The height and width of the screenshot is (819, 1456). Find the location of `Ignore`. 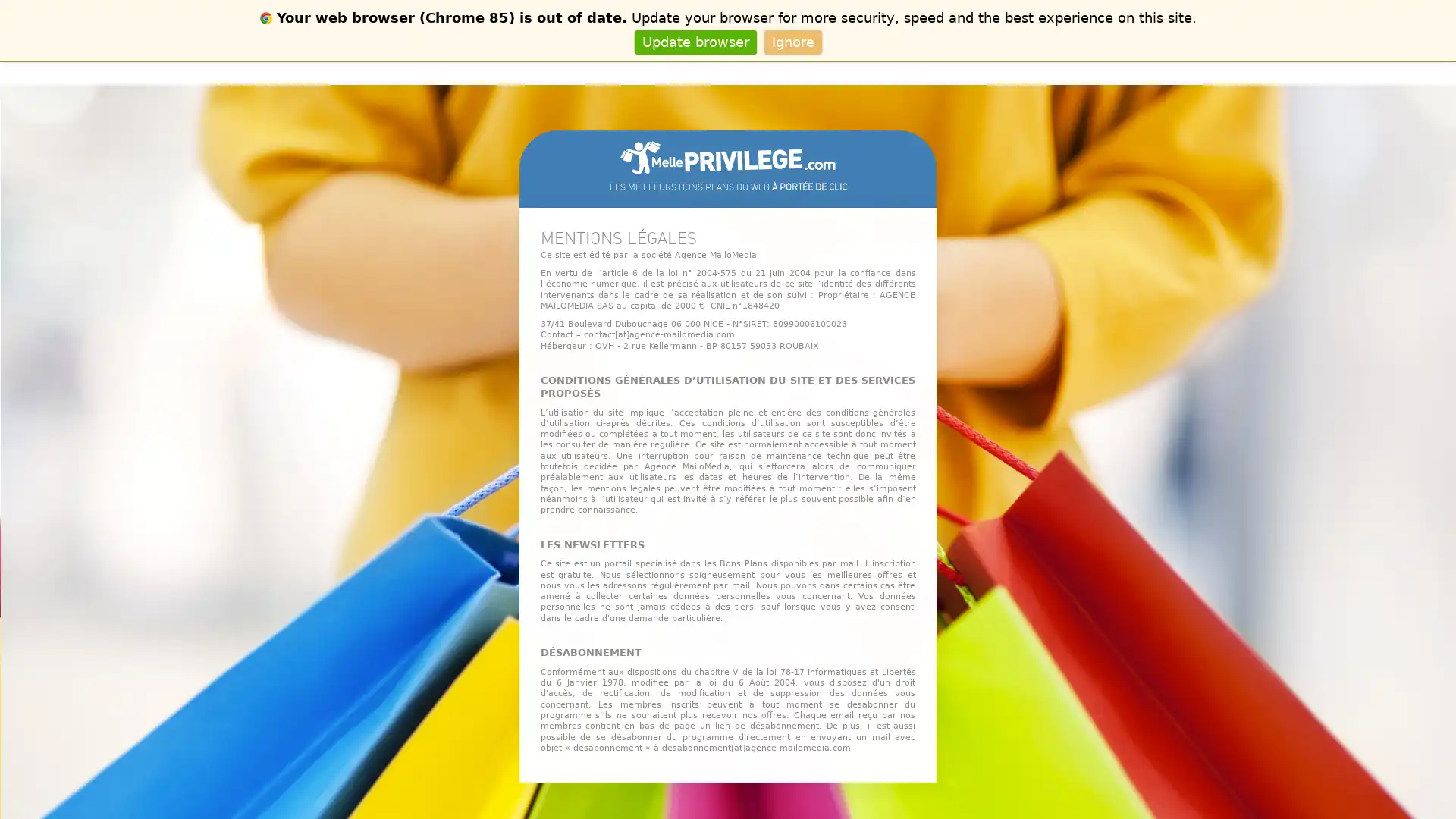

Ignore is located at coordinates (792, 41).